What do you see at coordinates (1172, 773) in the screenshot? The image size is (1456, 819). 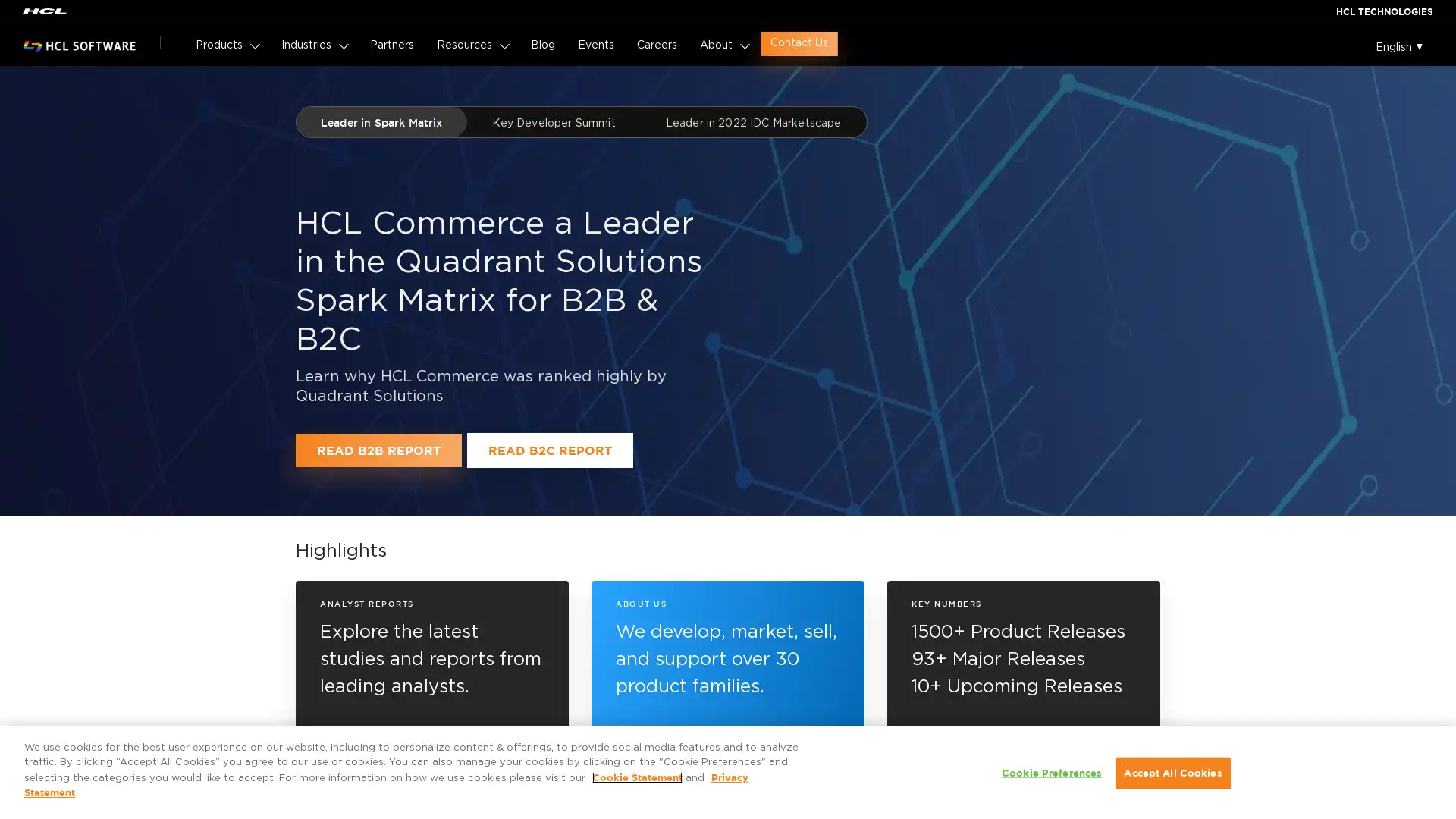 I see `Accept All Cookies` at bounding box center [1172, 773].